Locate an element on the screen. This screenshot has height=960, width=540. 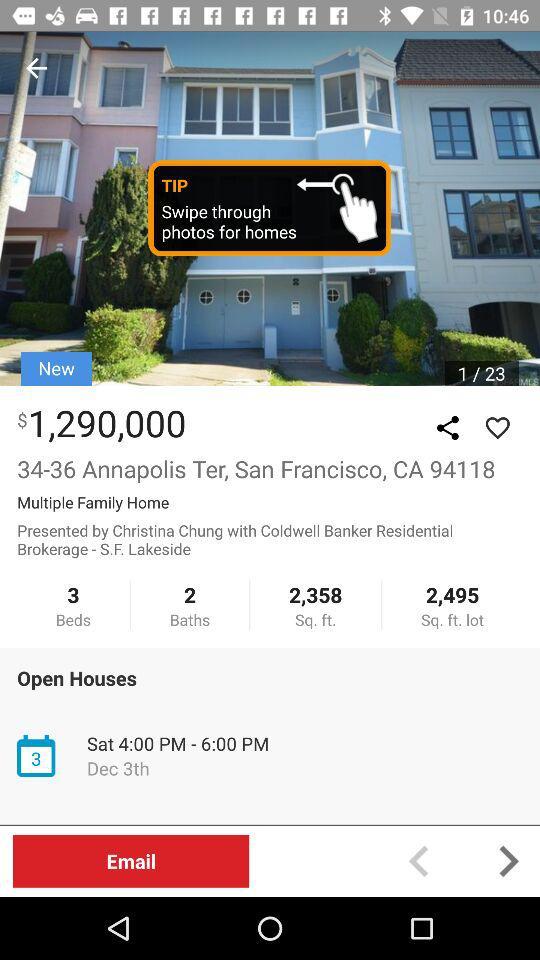
favorite is located at coordinates (496, 428).